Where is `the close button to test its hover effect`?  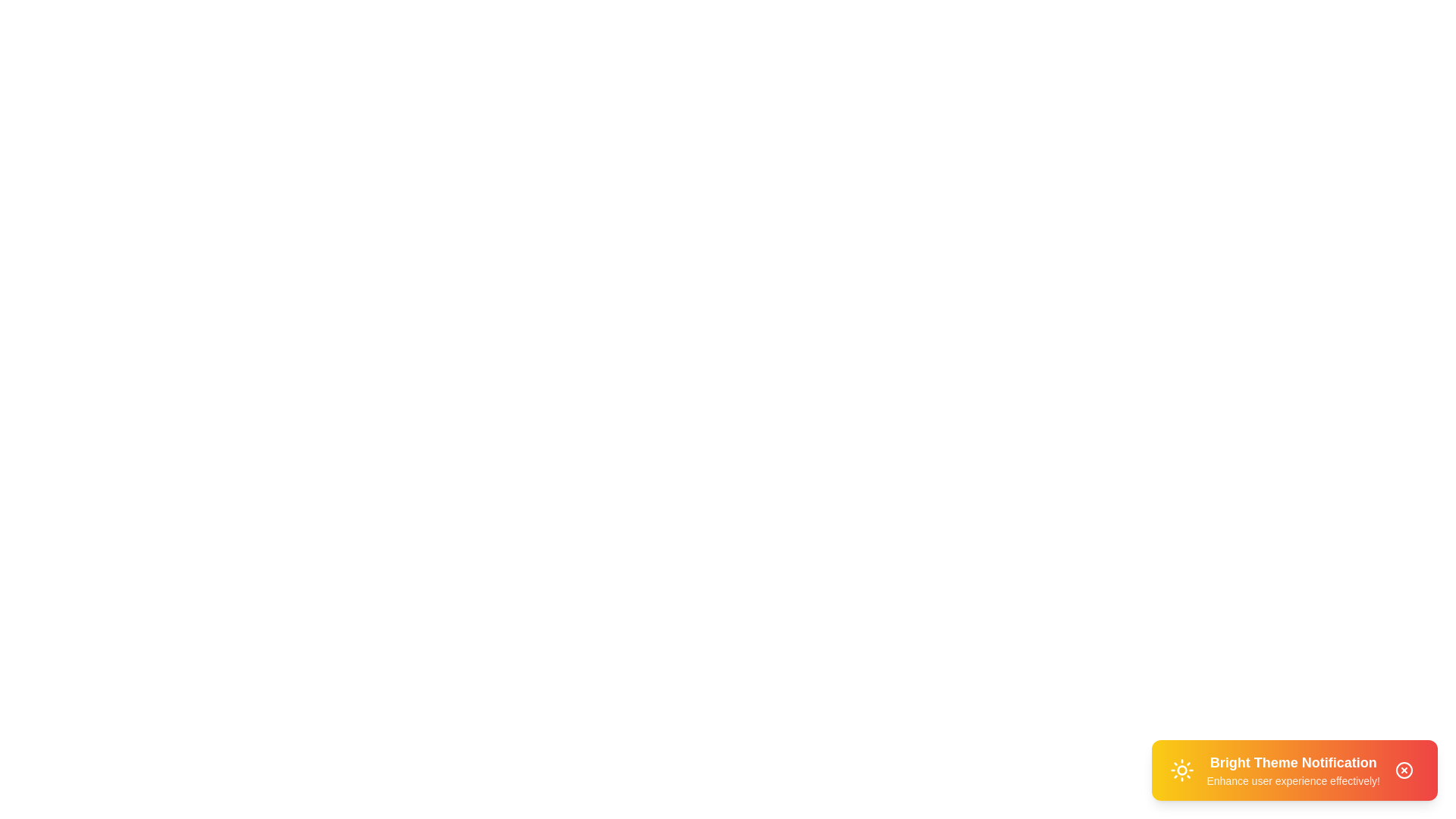 the close button to test its hover effect is located at coordinates (1404, 770).